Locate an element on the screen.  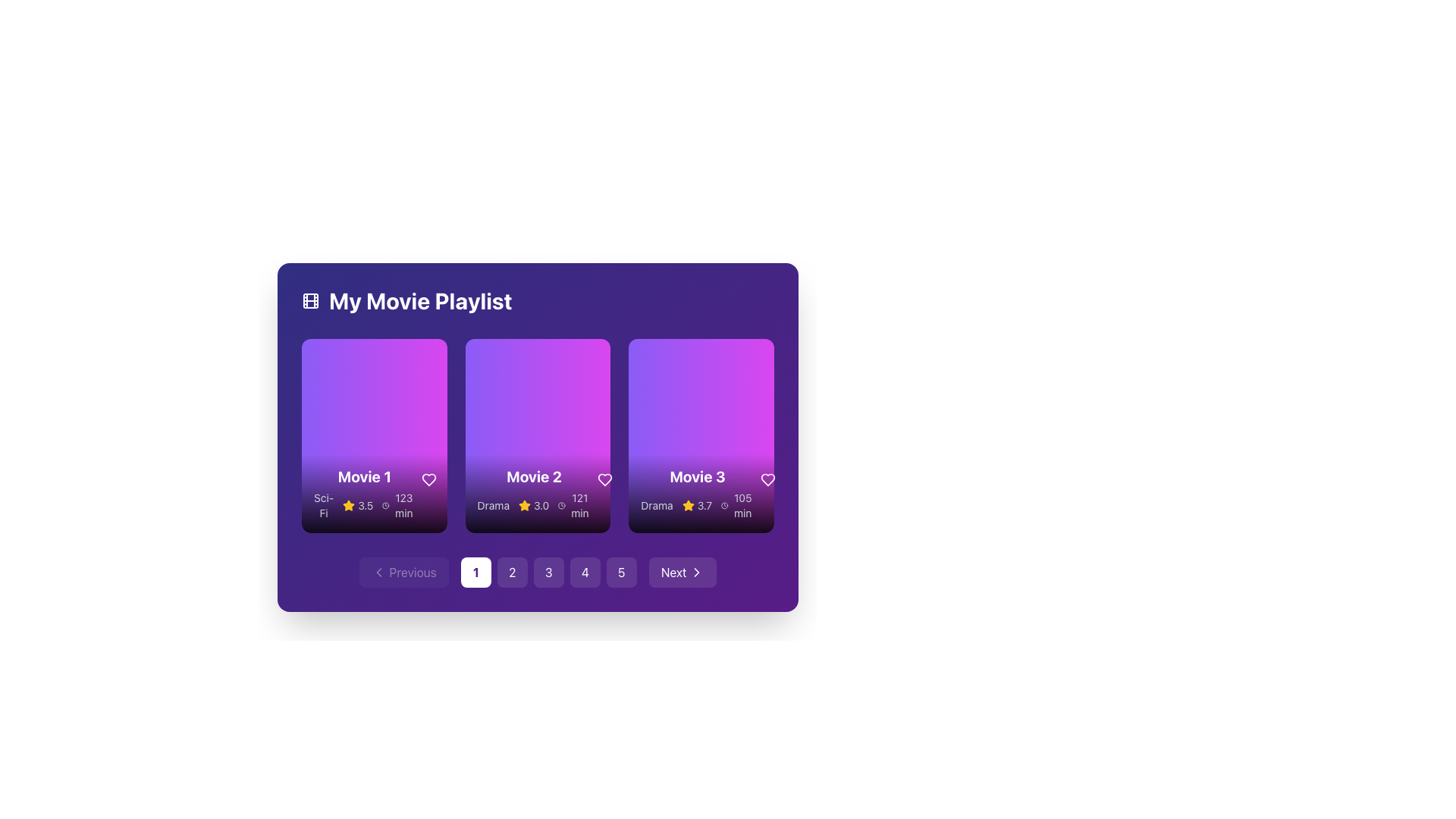
the chevron icon located in the 'Next' button at the bottom right corner of the interface, which is used to navigate to the next set of items in a carousel or paginated list is located at coordinates (696, 573).